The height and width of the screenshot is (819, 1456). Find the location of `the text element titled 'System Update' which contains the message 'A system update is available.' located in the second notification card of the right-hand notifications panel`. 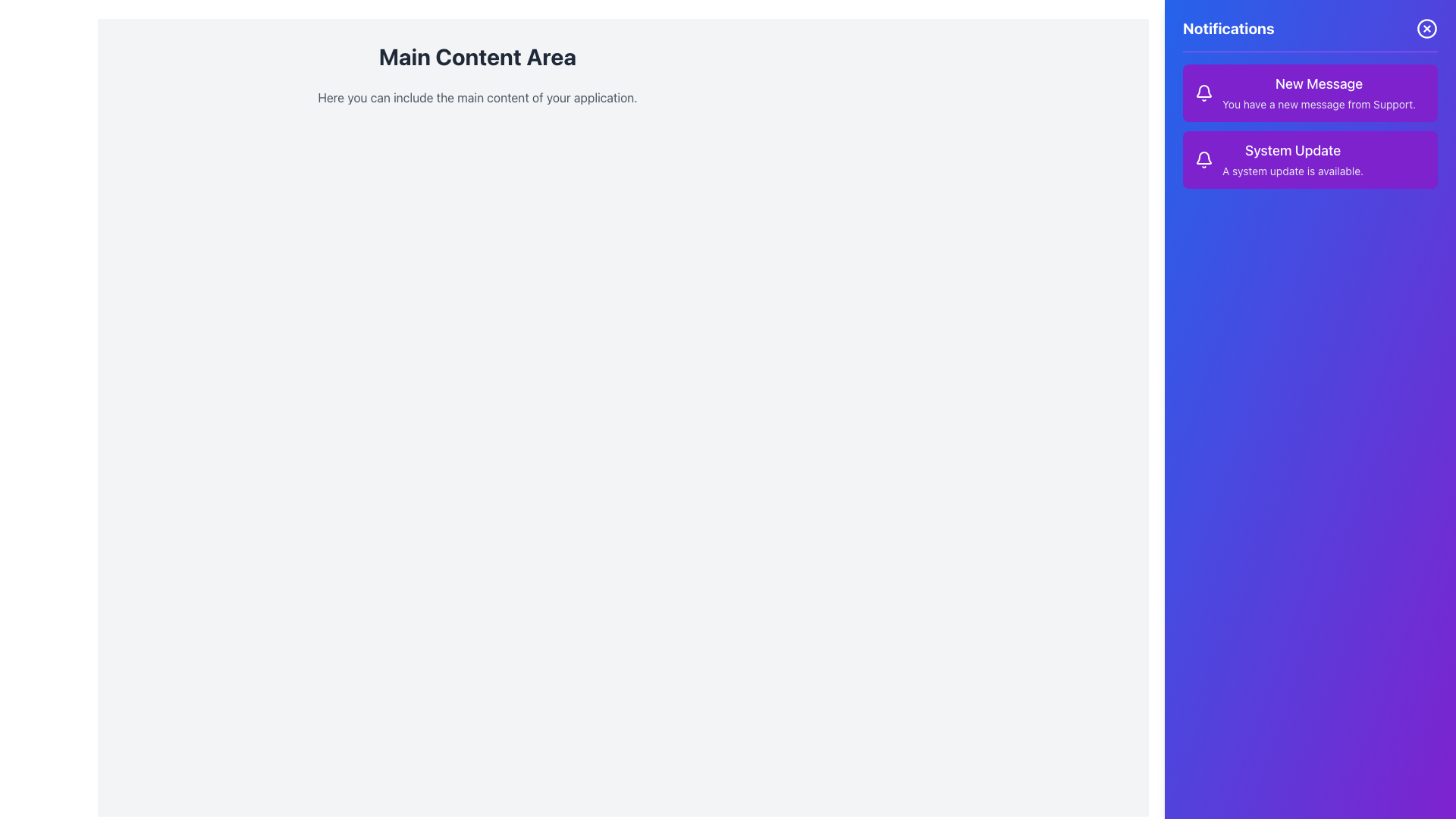

the text element titled 'System Update' which contains the message 'A system update is available.' located in the second notification card of the right-hand notifications panel is located at coordinates (1291, 160).